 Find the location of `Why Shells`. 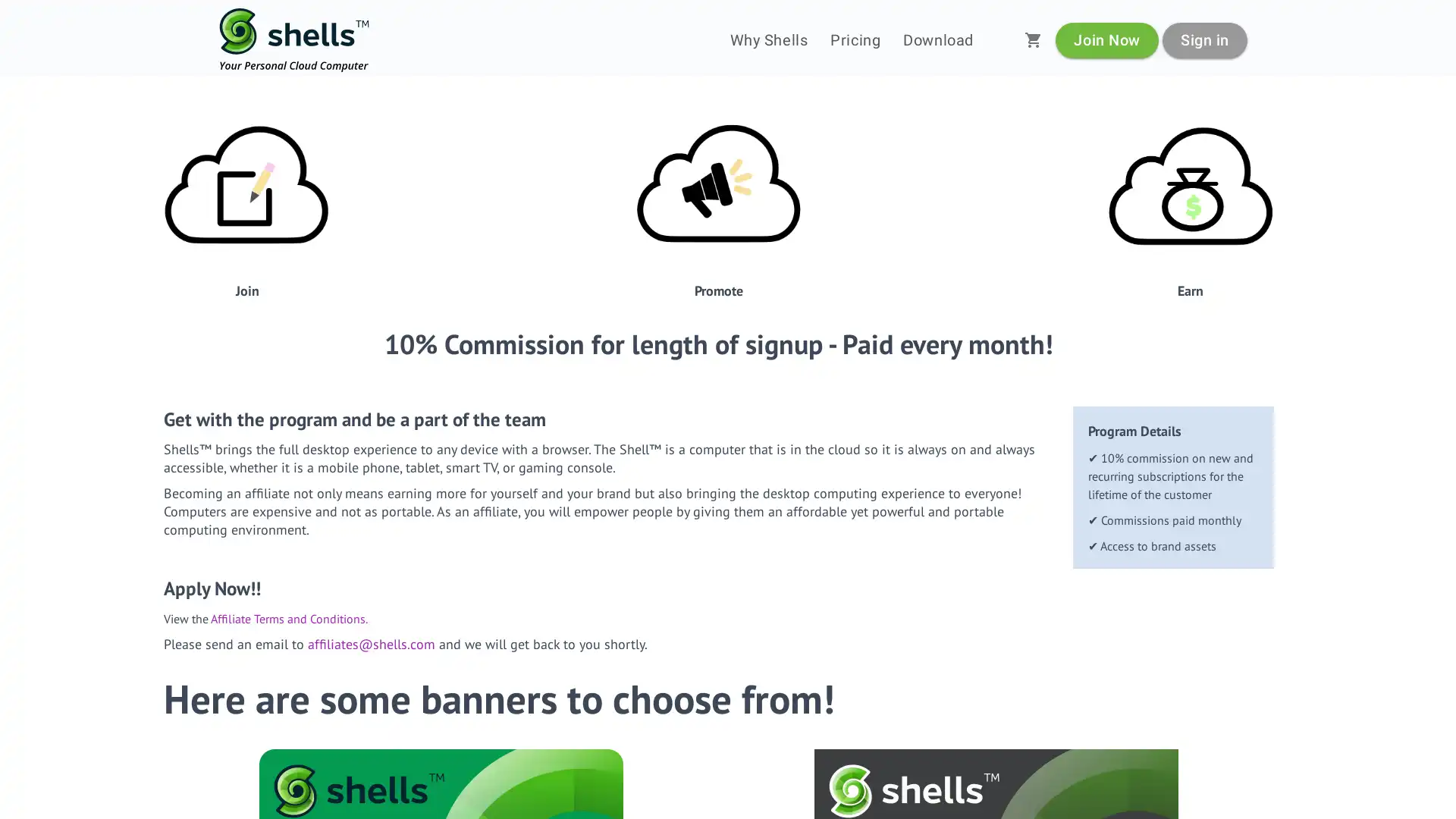

Why Shells is located at coordinates (768, 39).